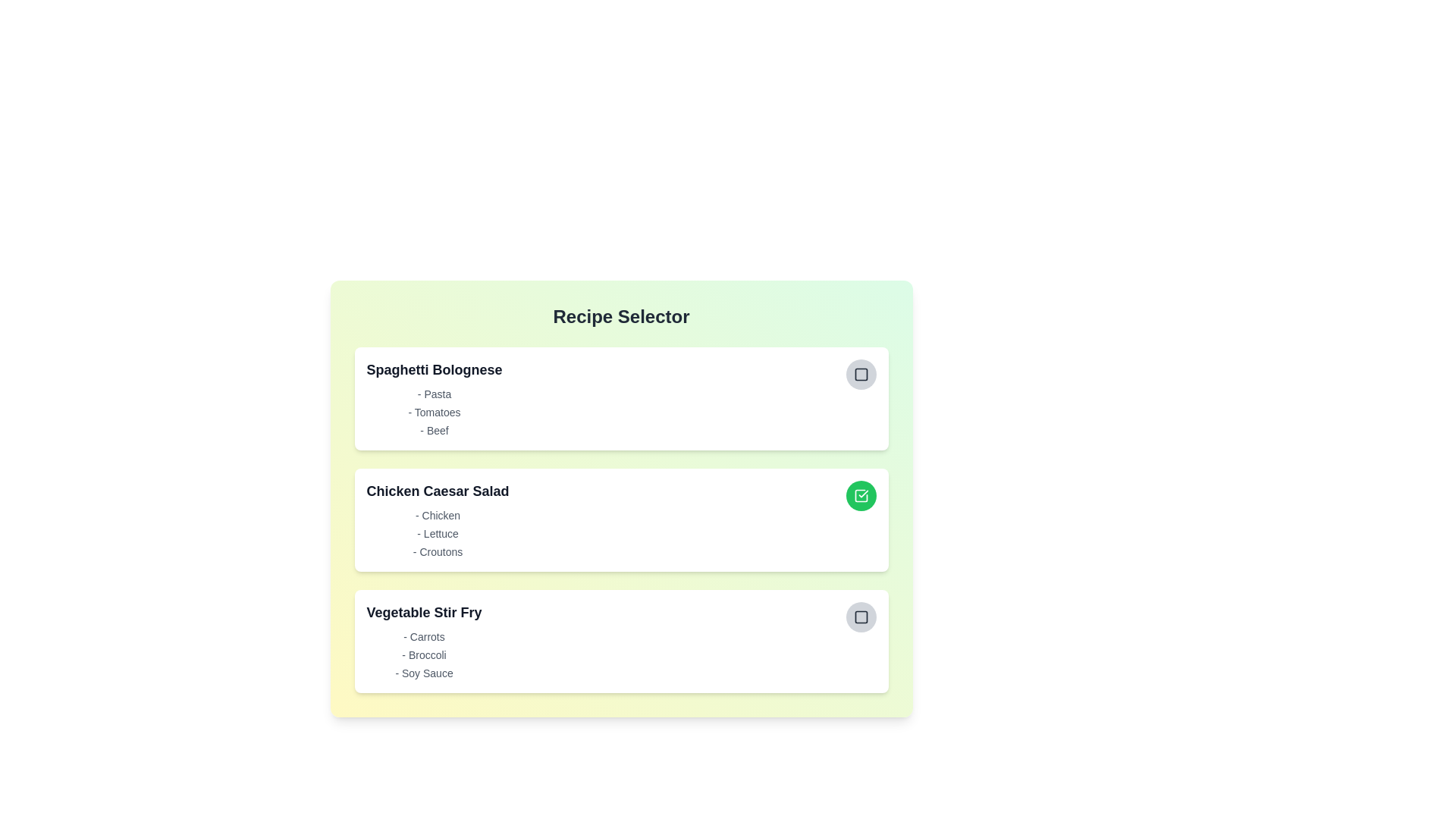 The image size is (1456, 819). Describe the element at coordinates (436, 519) in the screenshot. I see `the recipe Chicken Caesar Salad to view its ingredients` at that location.